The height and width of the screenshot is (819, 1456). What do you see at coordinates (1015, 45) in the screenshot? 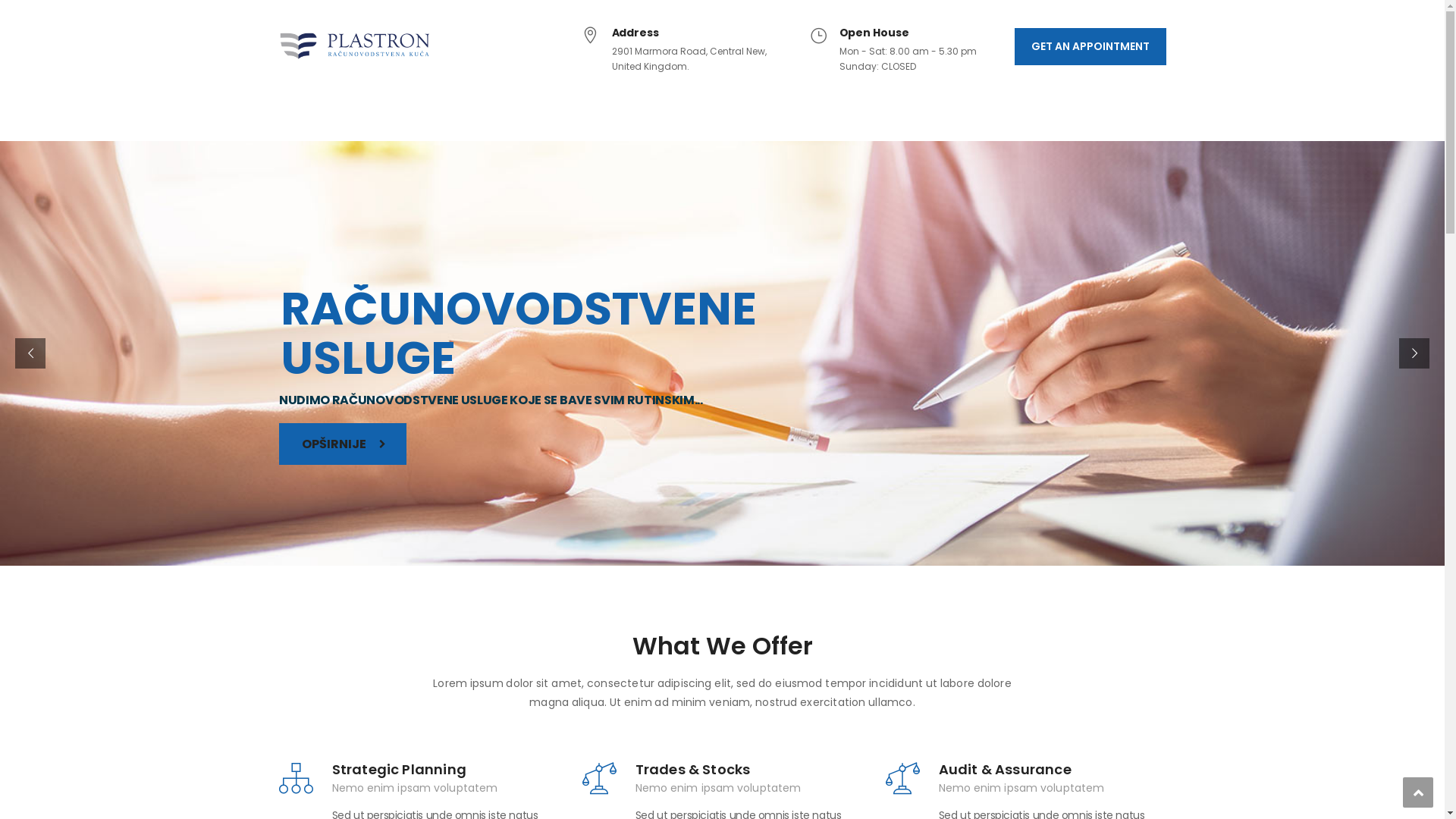
I see `'GET AN APPOINTMENT'` at bounding box center [1015, 45].